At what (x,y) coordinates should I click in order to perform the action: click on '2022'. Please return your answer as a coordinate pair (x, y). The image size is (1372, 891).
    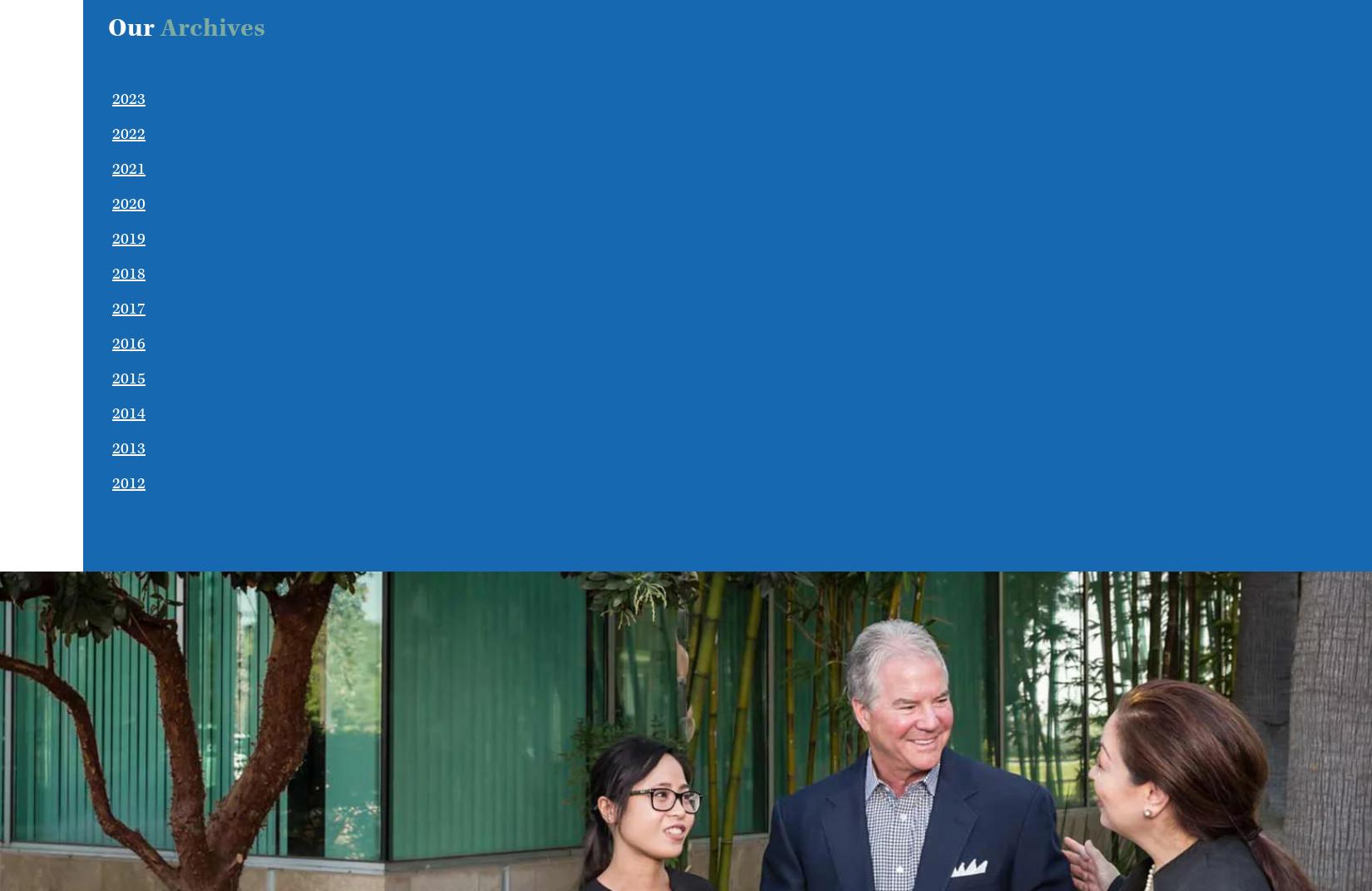
    Looking at the image, I should click on (128, 133).